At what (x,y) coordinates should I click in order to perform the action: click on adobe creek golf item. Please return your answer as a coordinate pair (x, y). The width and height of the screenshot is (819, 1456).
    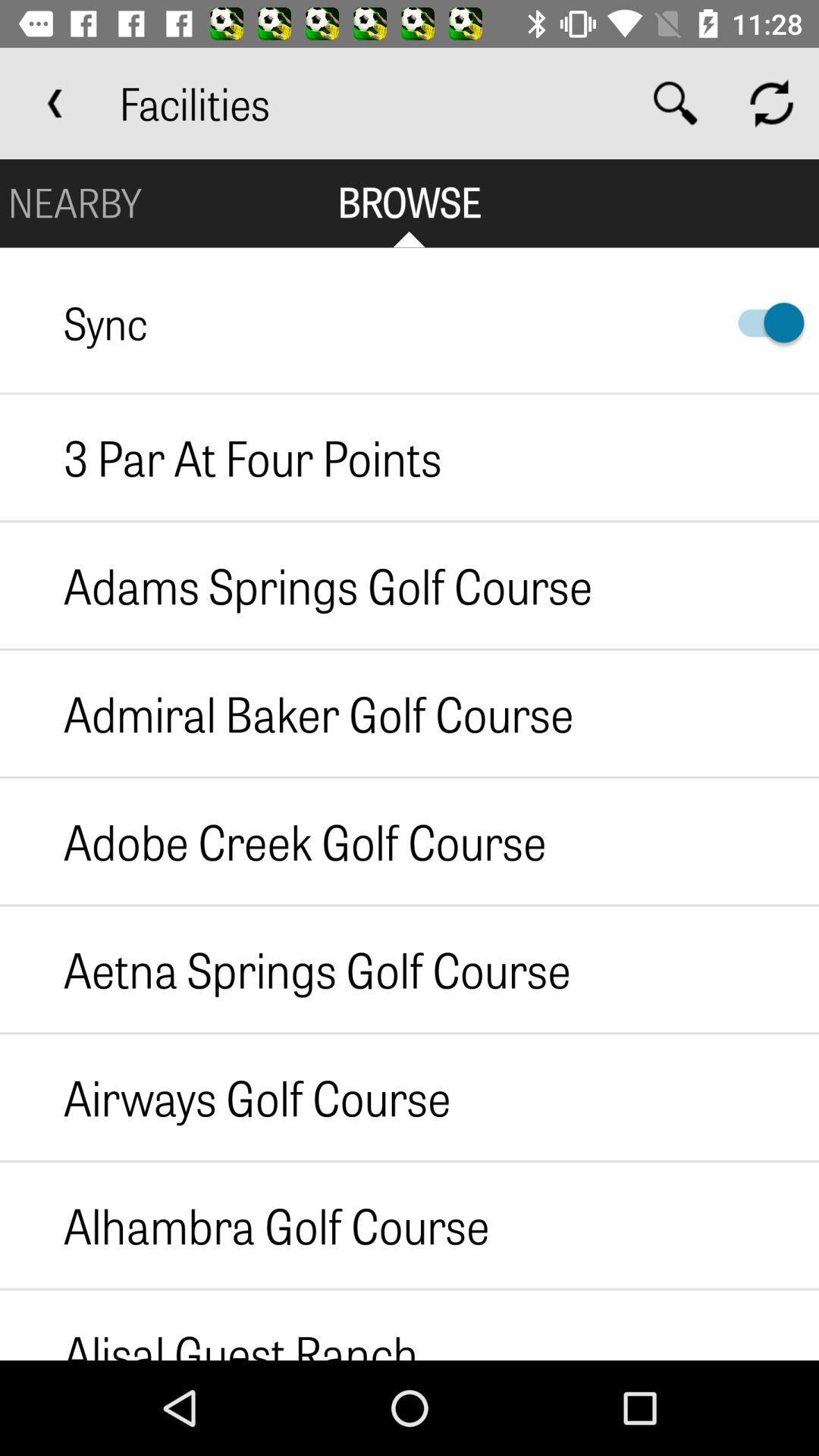
    Looking at the image, I should click on (273, 840).